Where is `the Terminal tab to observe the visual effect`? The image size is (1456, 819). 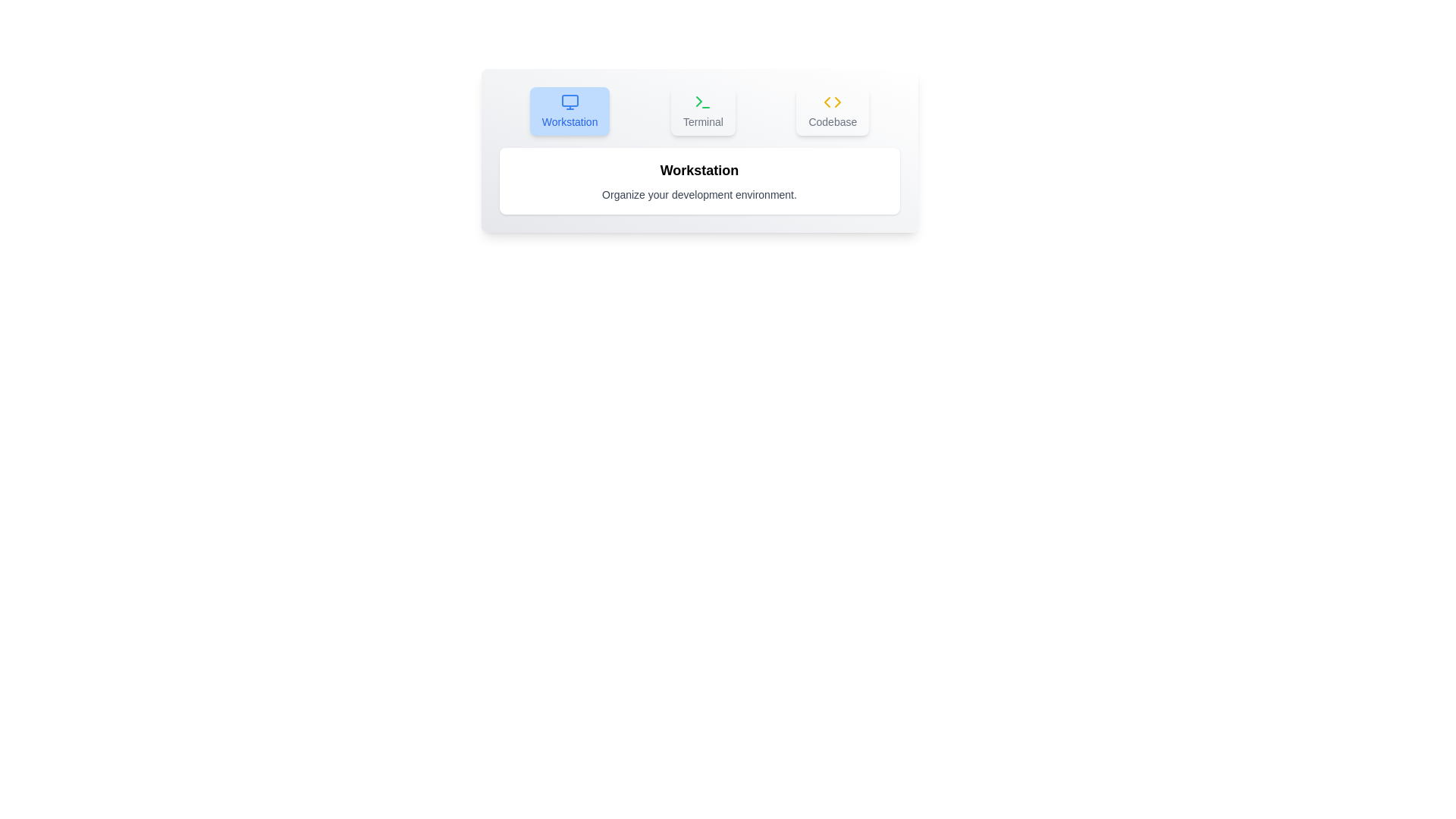
the Terminal tab to observe the visual effect is located at coordinates (702, 110).